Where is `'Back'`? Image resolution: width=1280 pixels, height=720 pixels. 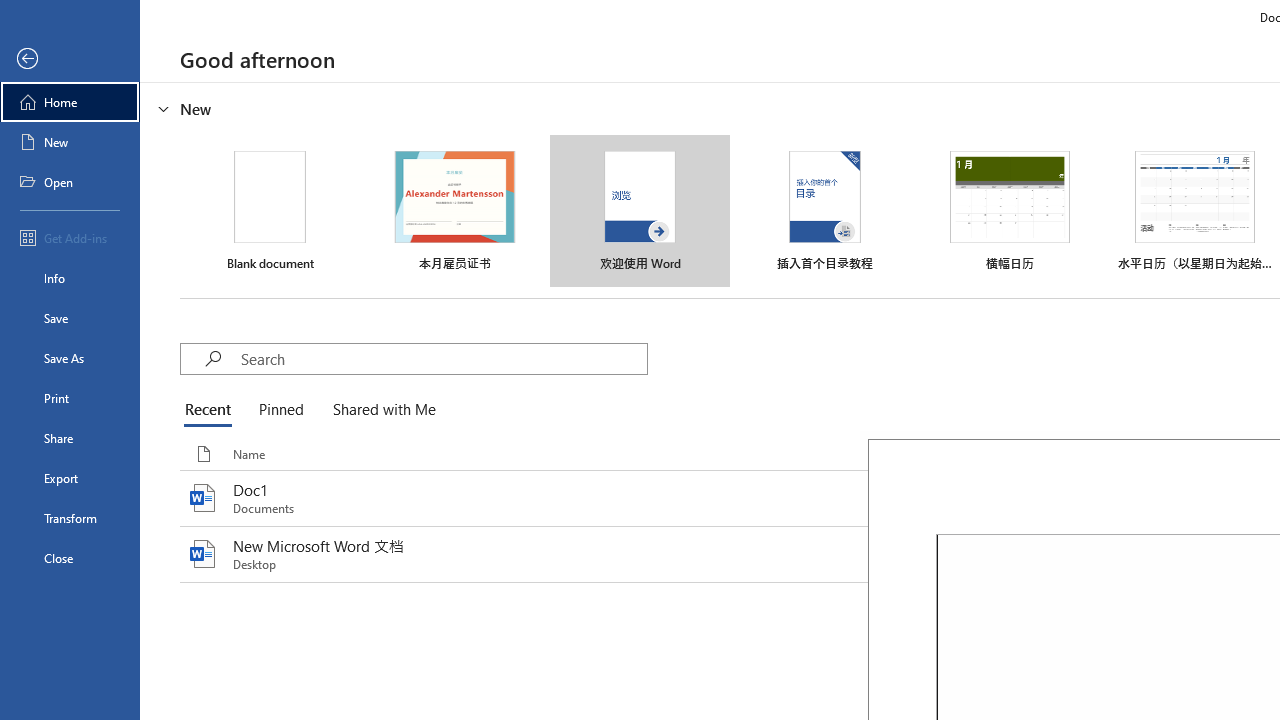 'Back' is located at coordinates (69, 58).